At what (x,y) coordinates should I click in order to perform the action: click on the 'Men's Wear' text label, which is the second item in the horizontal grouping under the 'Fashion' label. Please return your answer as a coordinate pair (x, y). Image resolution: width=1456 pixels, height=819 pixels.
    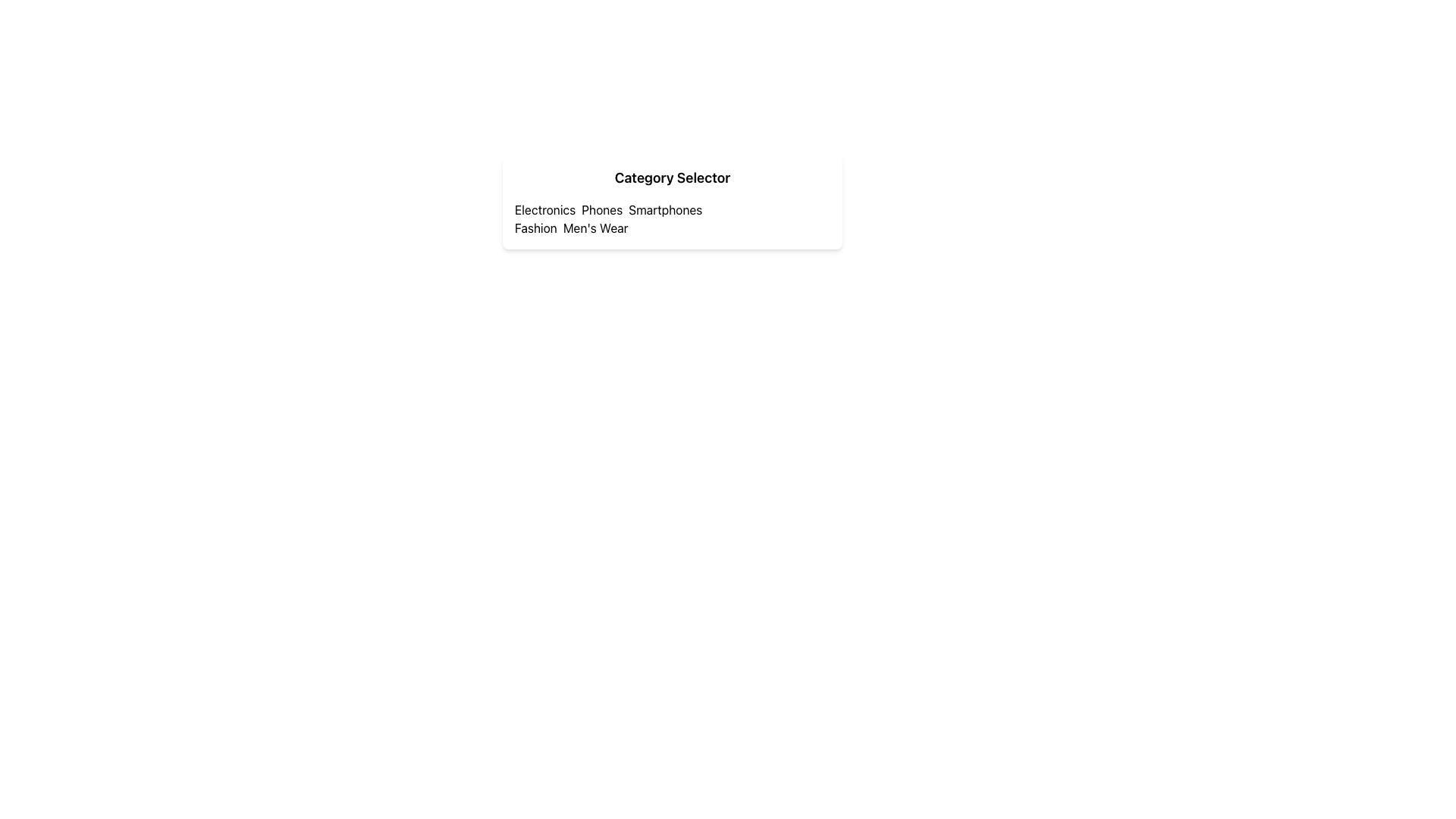
    Looking at the image, I should click on (595, 227).